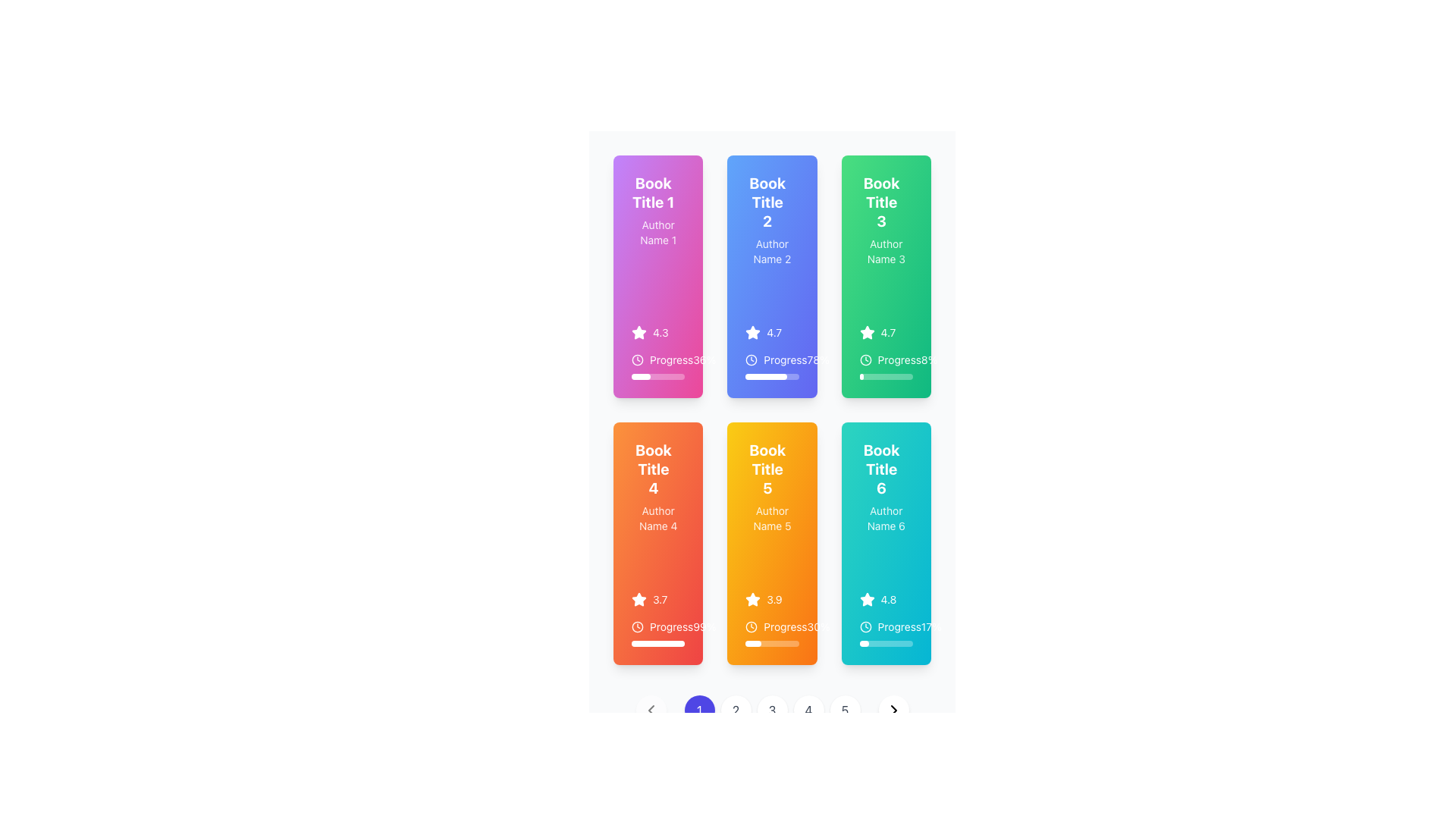 The image size is (1456, 819). I want to click on the circular outer border of the clock face within the icon located in the lower right section of the card labeled 'Book Title 6', which is adjacent to the text 'Progress17%' and above a progress bar, so click(865, 626).